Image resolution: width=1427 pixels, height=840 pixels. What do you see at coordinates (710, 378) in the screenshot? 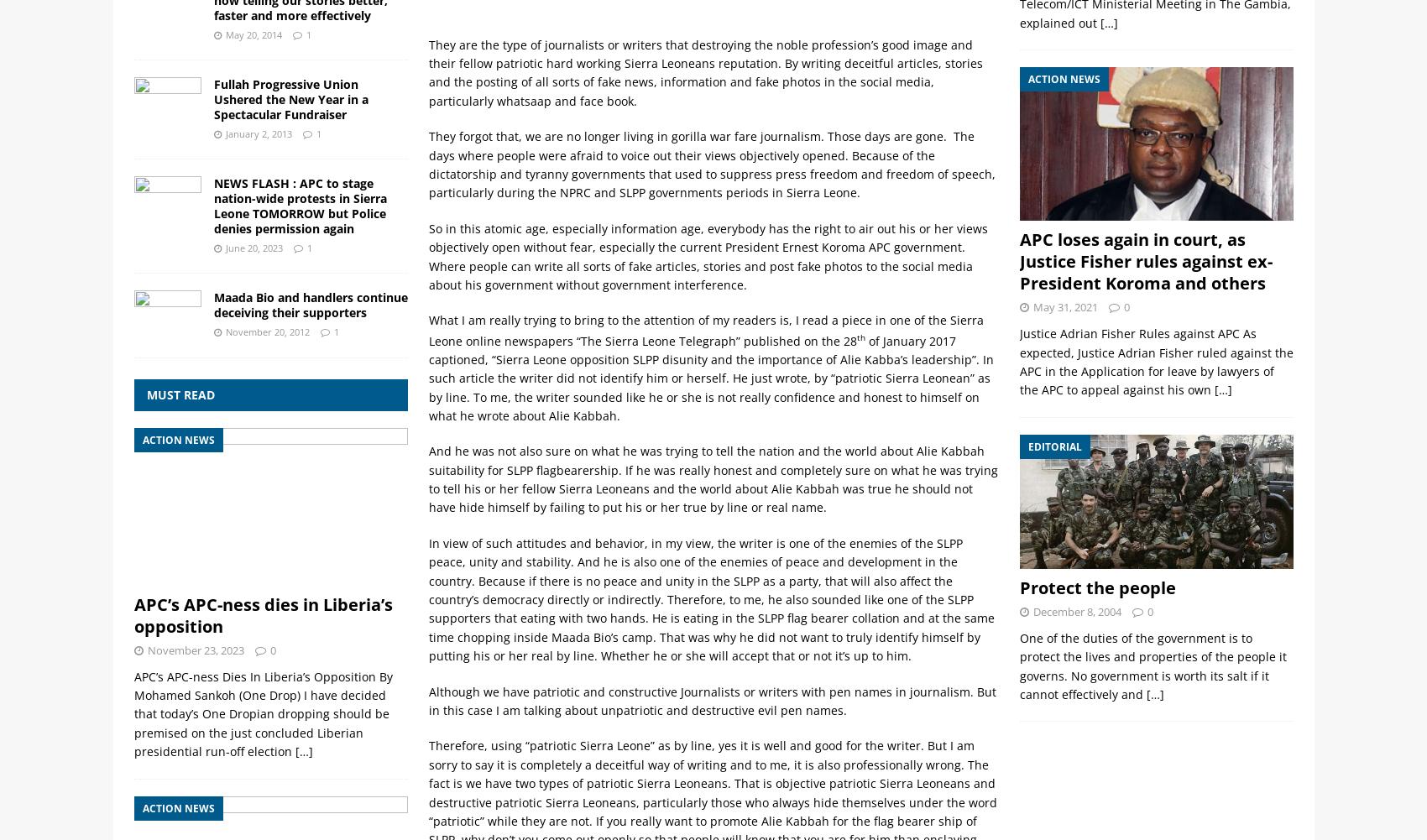
I see `'of January 2017 captioned, “Sierra Leone opposition SLPP disunity and the importance of Alie Kabba’s leadership”. In such article the writer did not identify him or herself. He just wrote, by “patriotic Sierra Leonean” as by line. To me, the writer sounded like he or she is not really confidence and honest to himself on what he wrote about Alie Kabbah.'` at bounding box center [710, 378].